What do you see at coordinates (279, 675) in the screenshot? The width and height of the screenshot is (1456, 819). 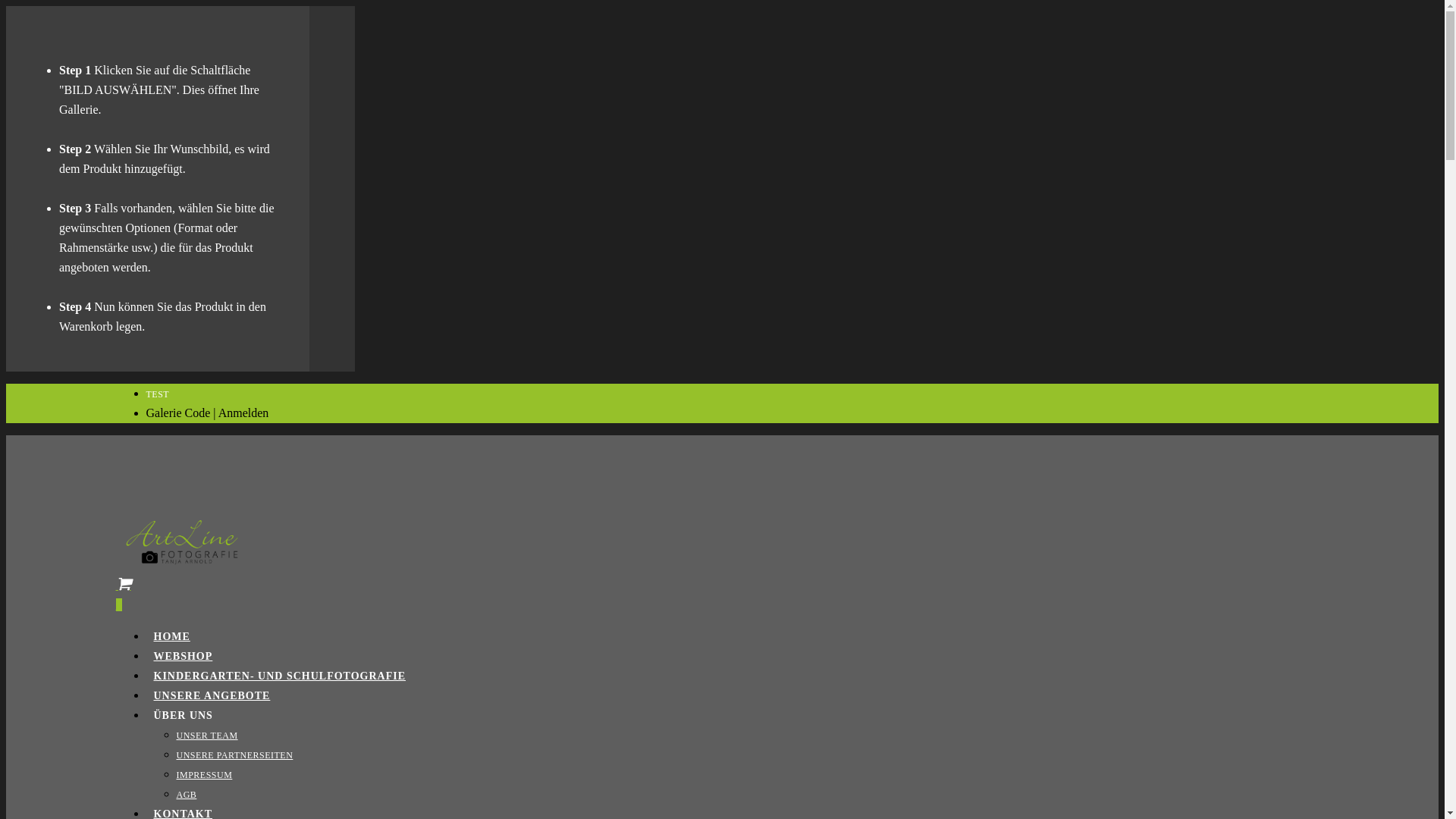 I see `'KINDERGARTEN- UND SCHULFOTOGRAFIE'` at bounding box center [279, 675].